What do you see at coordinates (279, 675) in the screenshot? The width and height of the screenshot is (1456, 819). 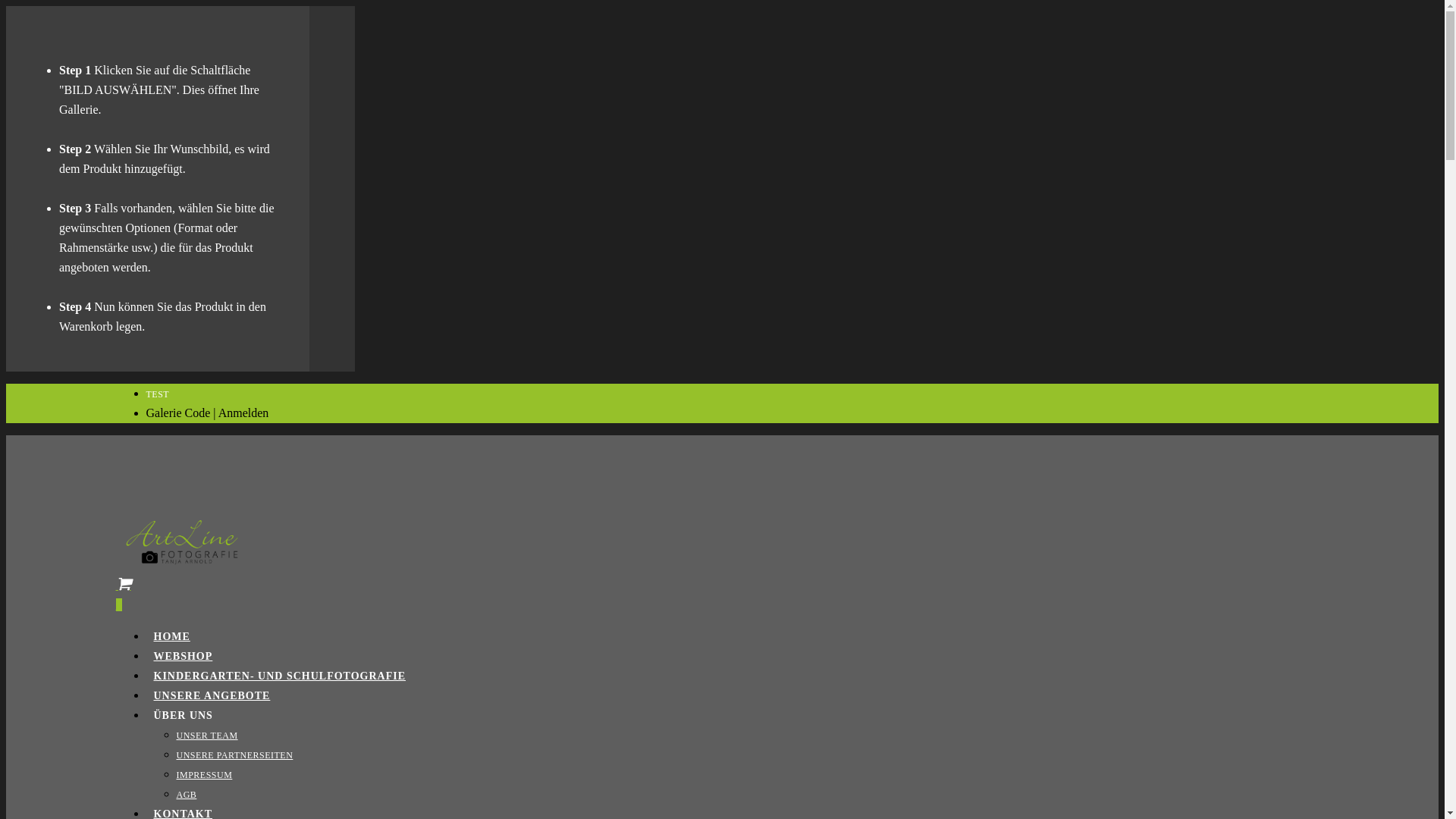 I see `'KINDERGARTEN- UND SCHULFOTOGRAFIE'` at bounding box center [279, 675].